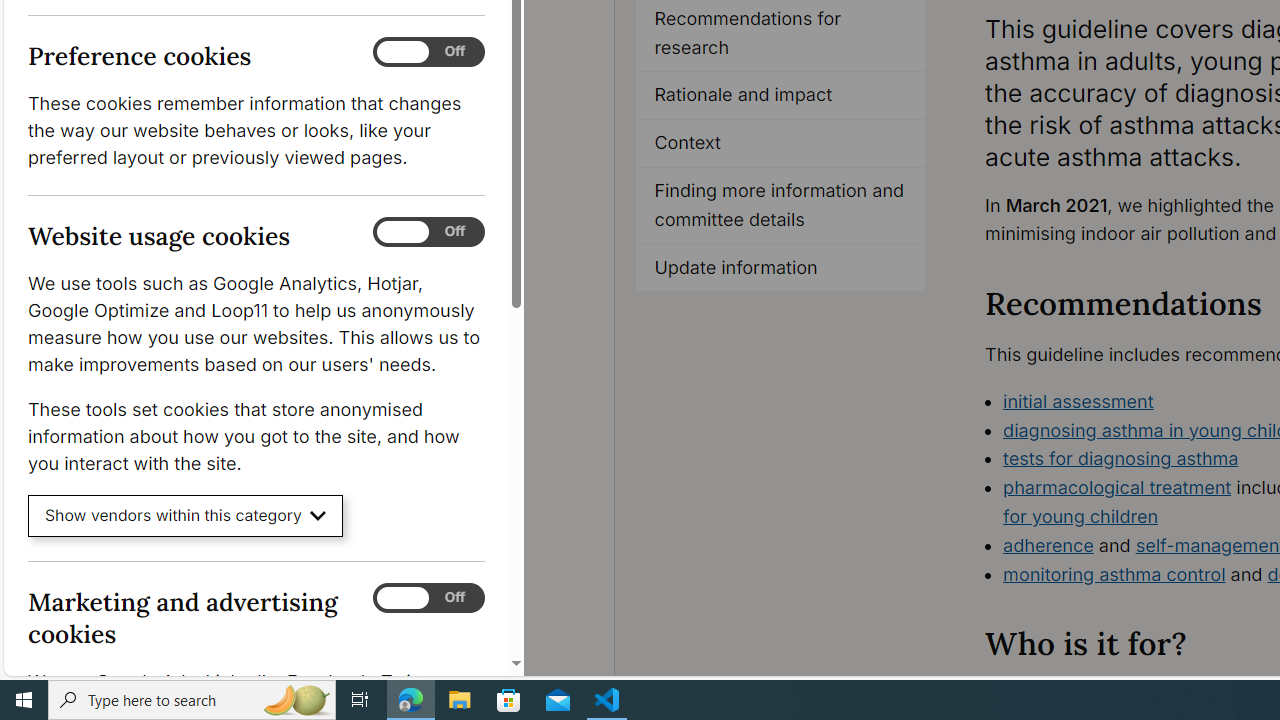  What do you see at coordinates (1116, 487) in the screenshot?
I see `'pharmacological treatment'` at bounding box center [1116, 487].